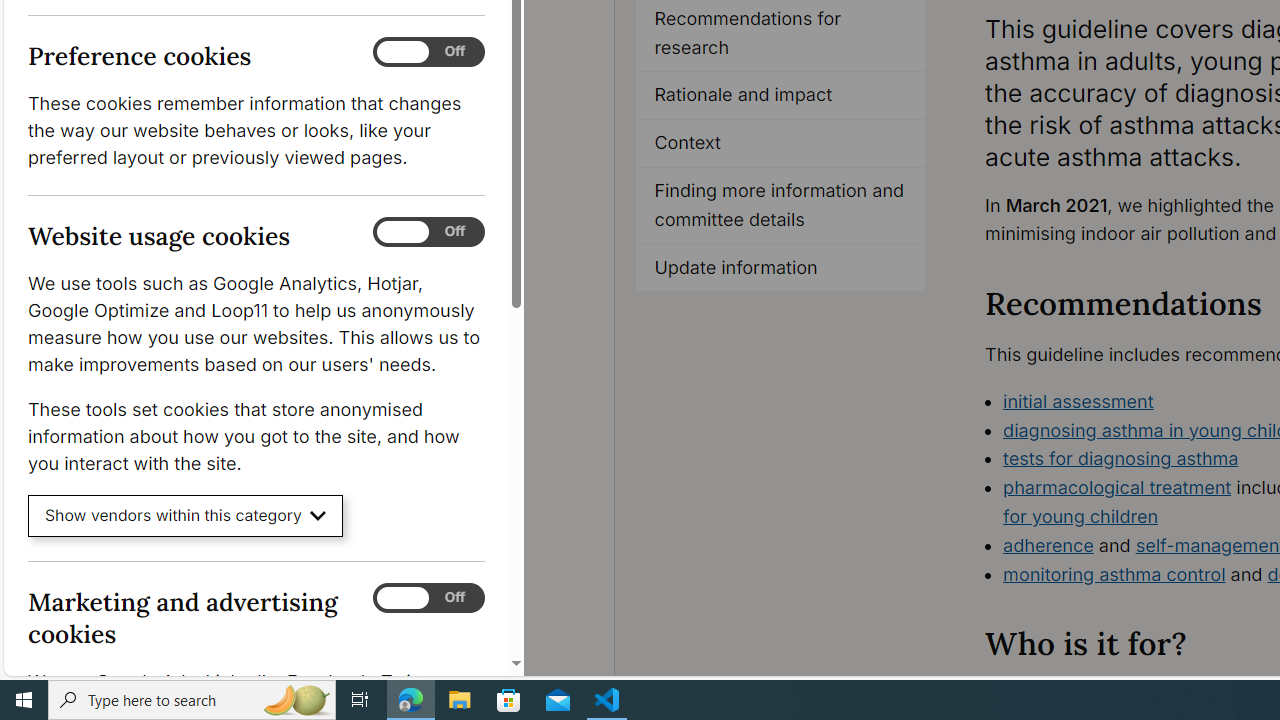  What do you see at coordinates (1116, 487) in the screenshot?
I see `'pharmacological treatment'` at bounding box center [1116, 487].